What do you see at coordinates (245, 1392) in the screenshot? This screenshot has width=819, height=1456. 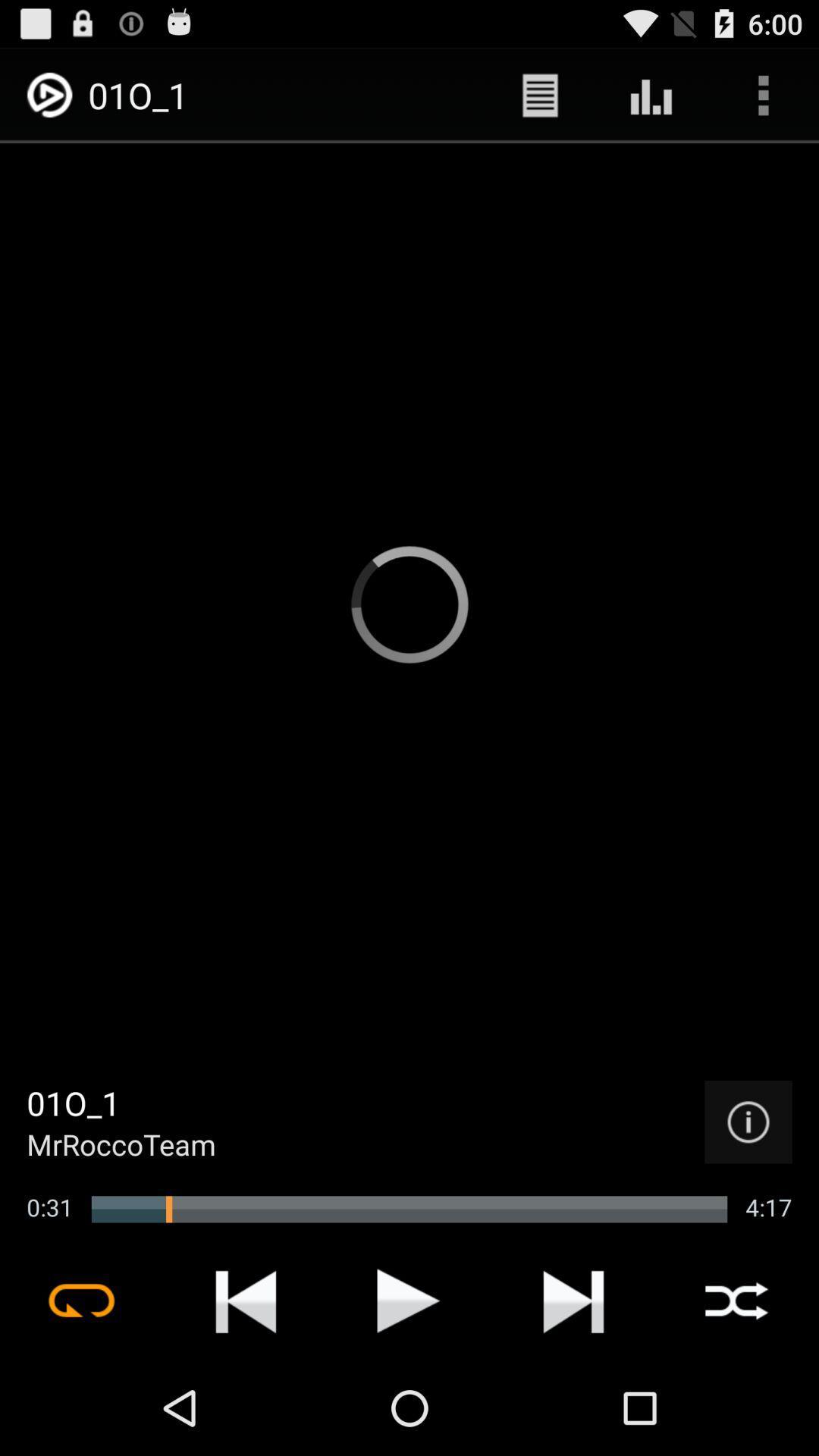 I see `the skip_previous icon` at bounding box center [245, 1392].